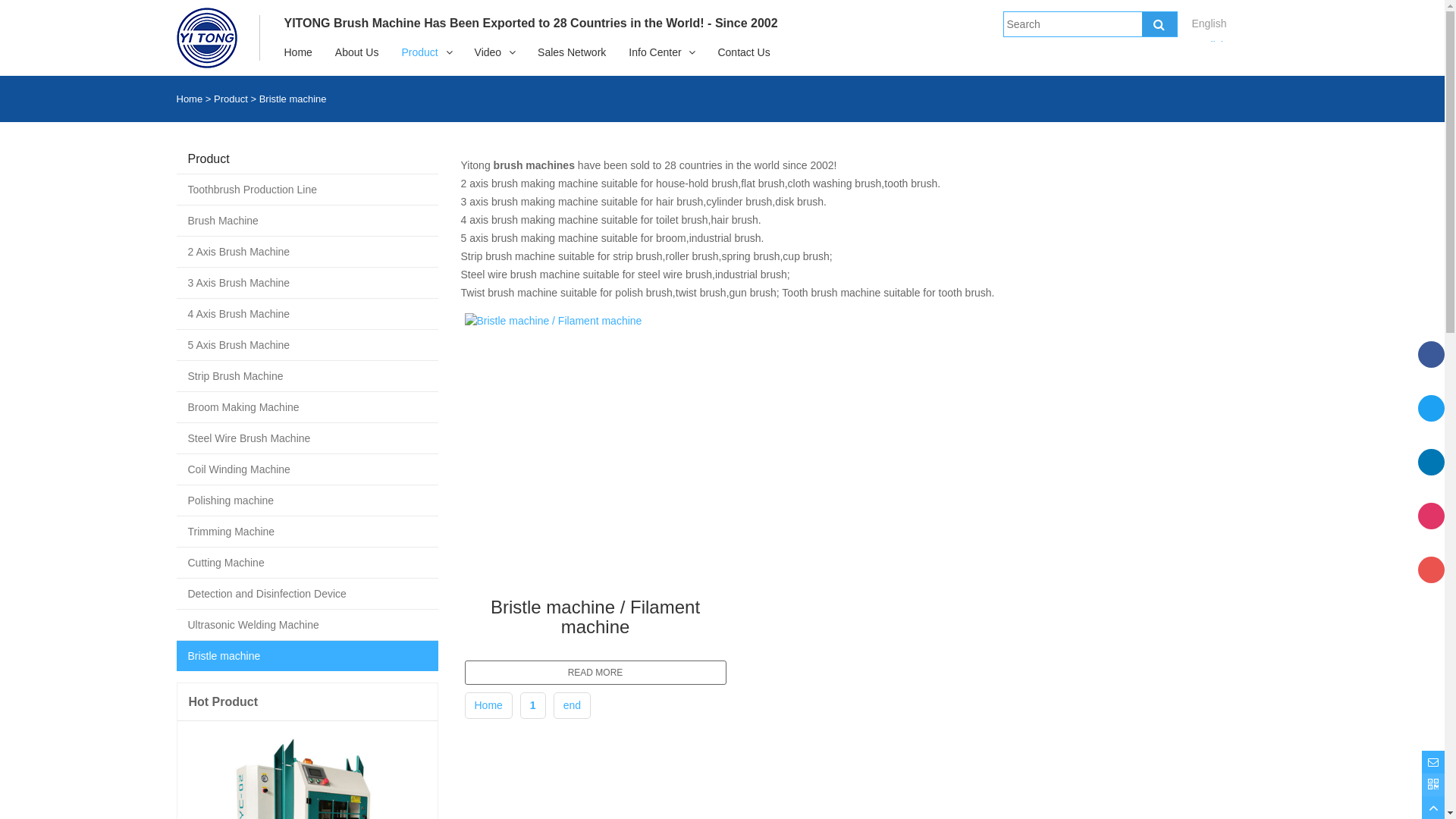  Describe the element at coordinates (175, 654) in the screenshot. I see `'Bristle machine'` at that location.